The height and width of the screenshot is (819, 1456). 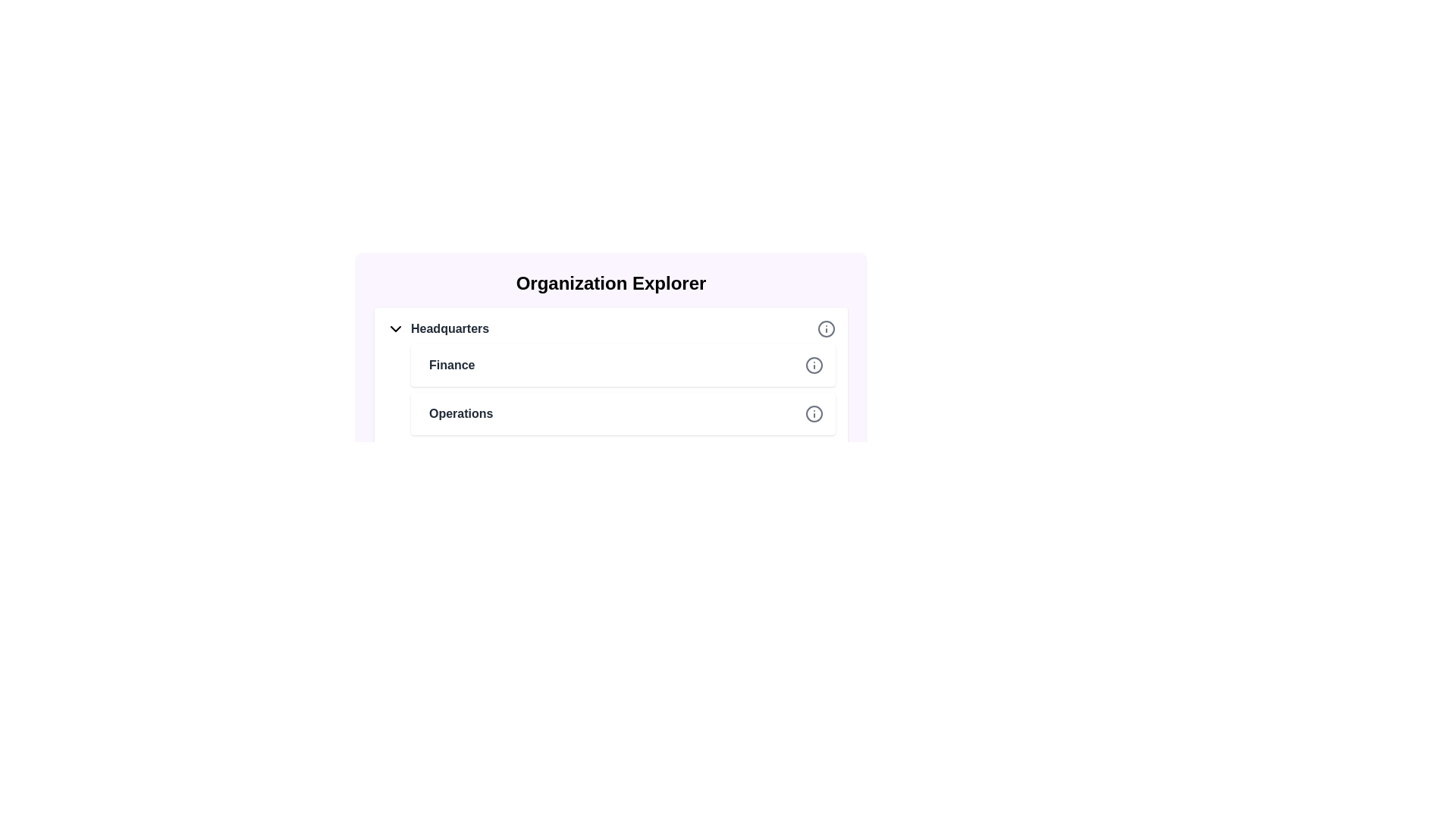 What do you see at coordinates (457, 414) in the screenshot?
I see `the 'Operations' text label located in the 'Headquarters' section, below the 'Finance' row` at bounding box center [457, 414].